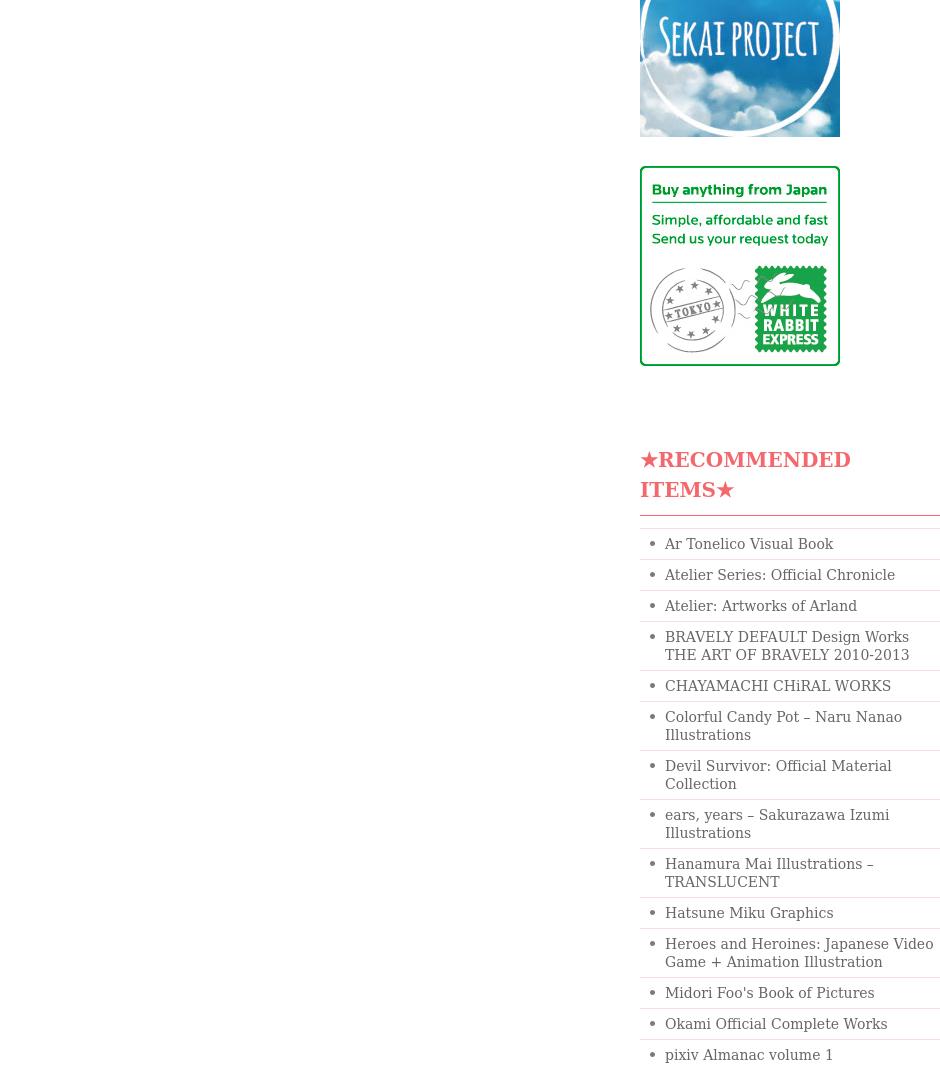 The width and height of the screenshot is (940, 1066). Describe the element at coordinates (744, 475) in the screenshot. I see `'★RECOMMENDED ITEMS★'` at that location.